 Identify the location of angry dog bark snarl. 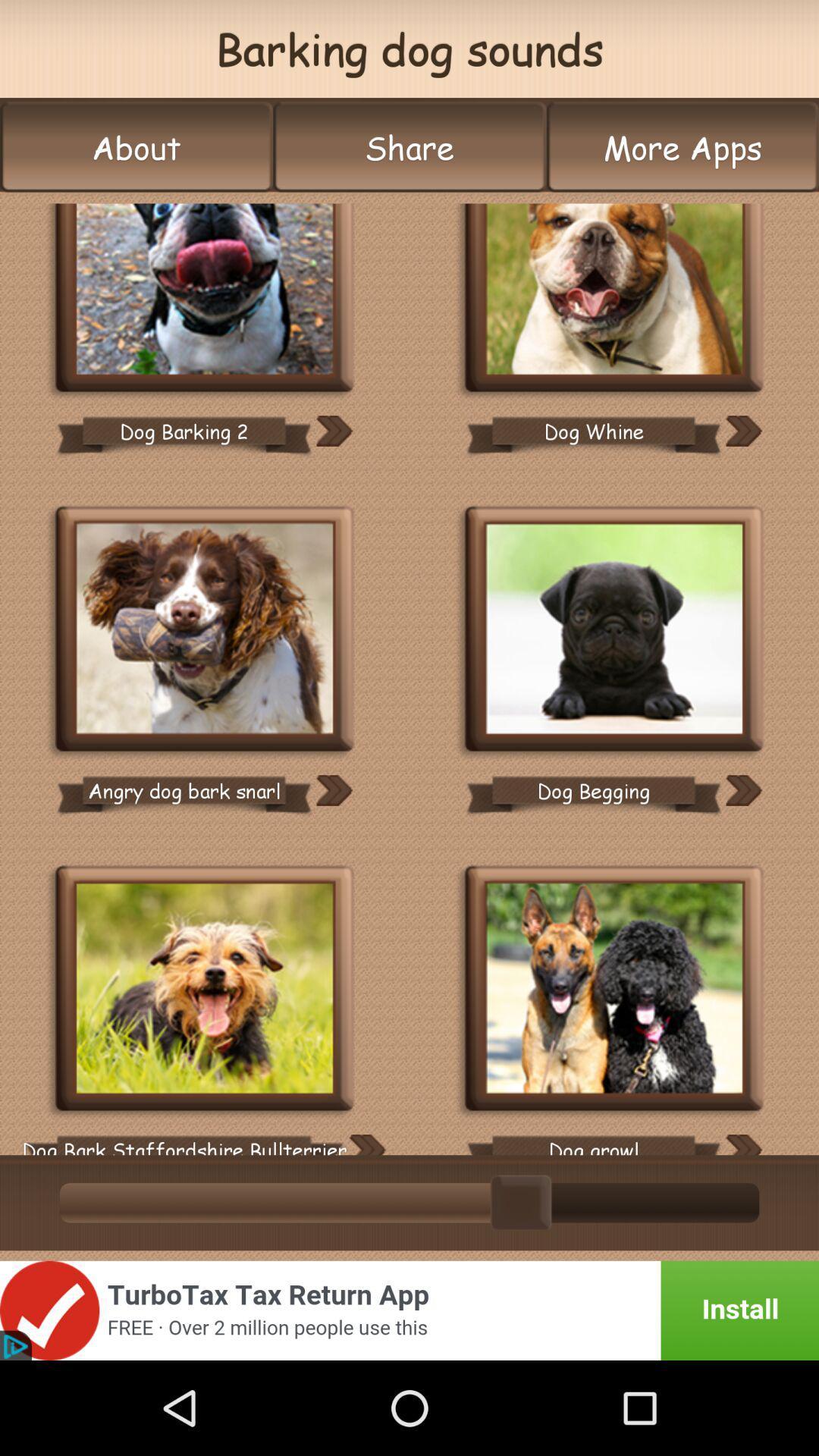
(205, 631).